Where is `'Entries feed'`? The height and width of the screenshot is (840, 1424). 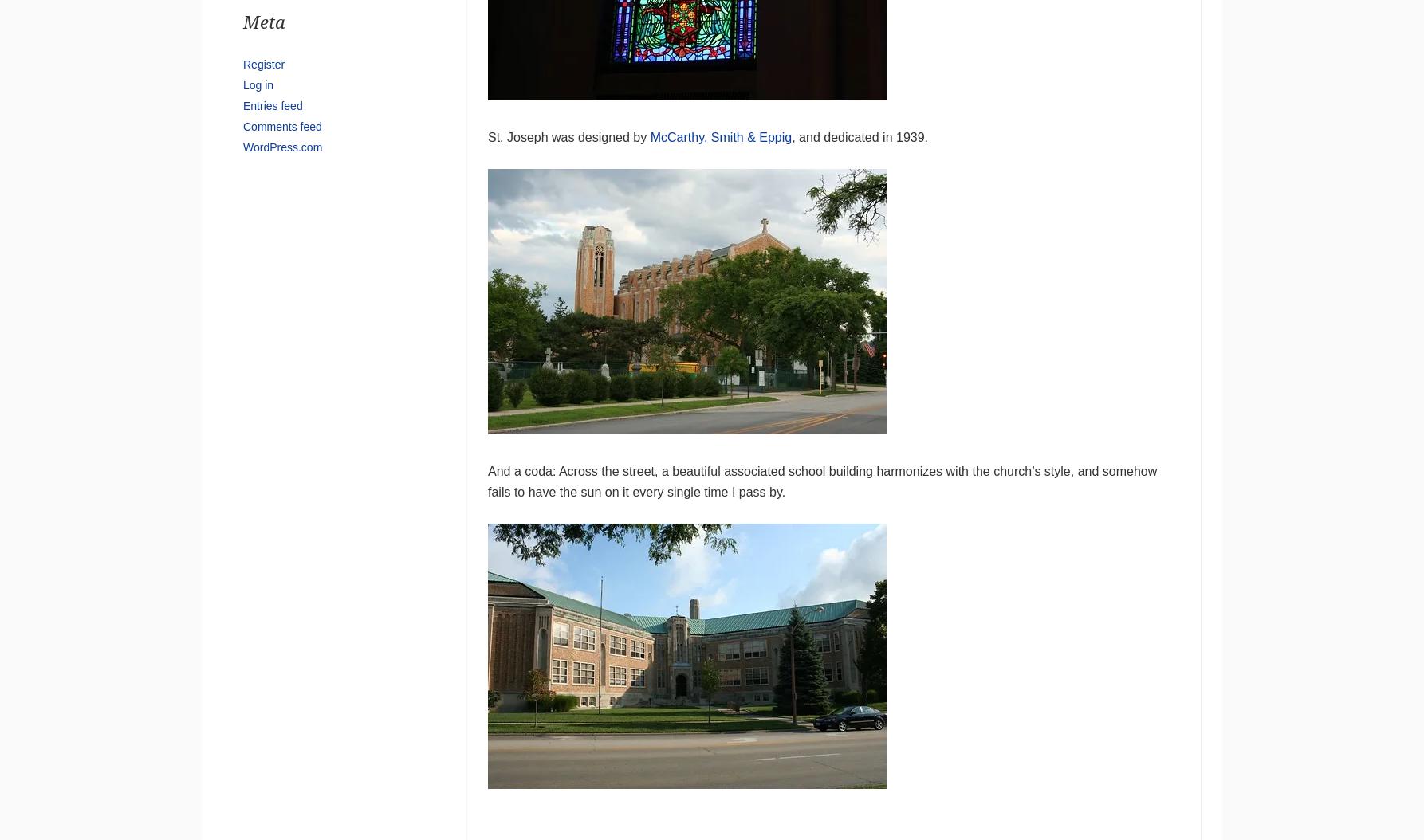 'Entries feed' is located at coordinates (272, 104).